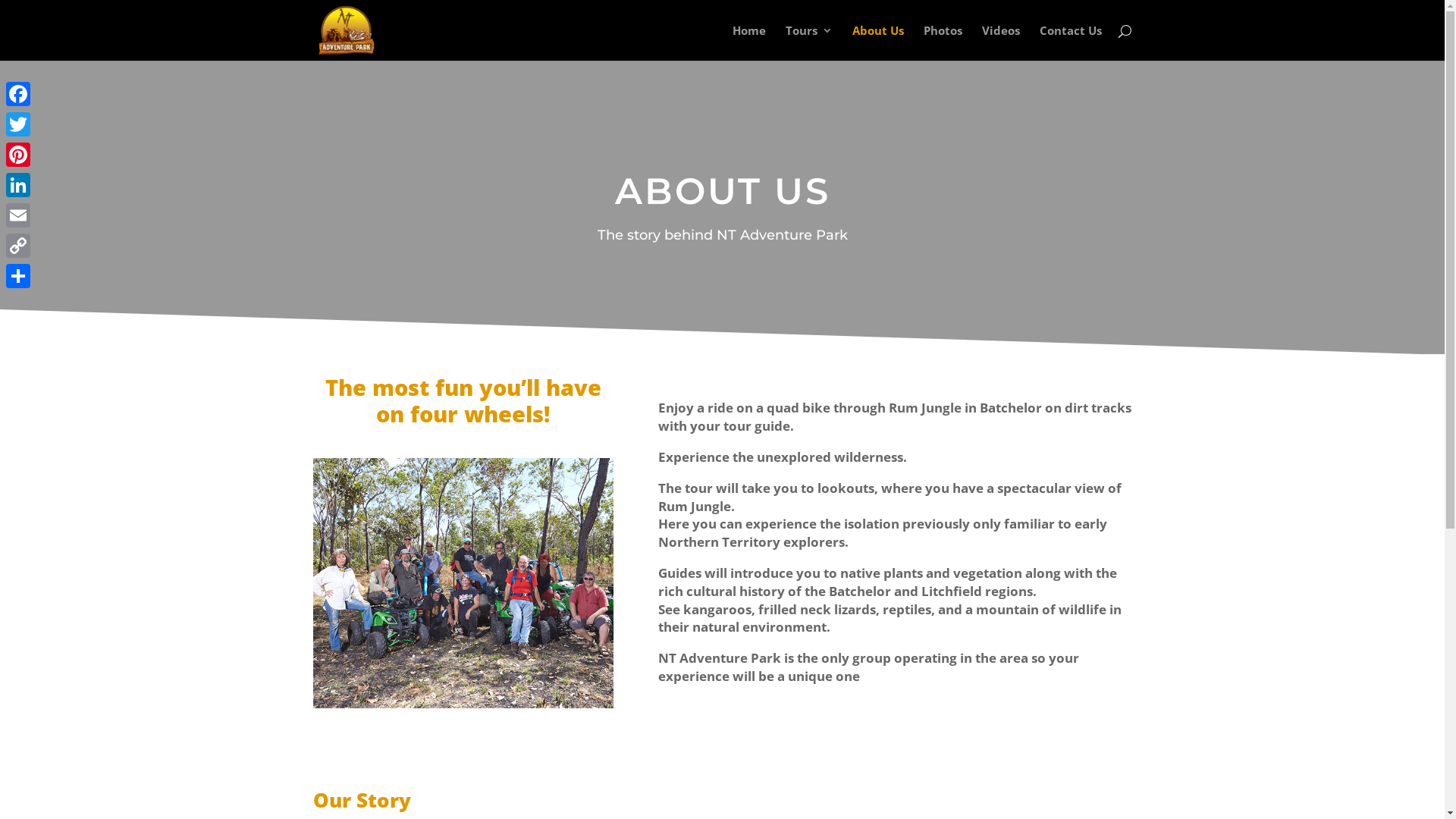  What do you see at coordinates (18, 215) in the screenshot?
I see `'Email'` at bounding box center [18, 215].